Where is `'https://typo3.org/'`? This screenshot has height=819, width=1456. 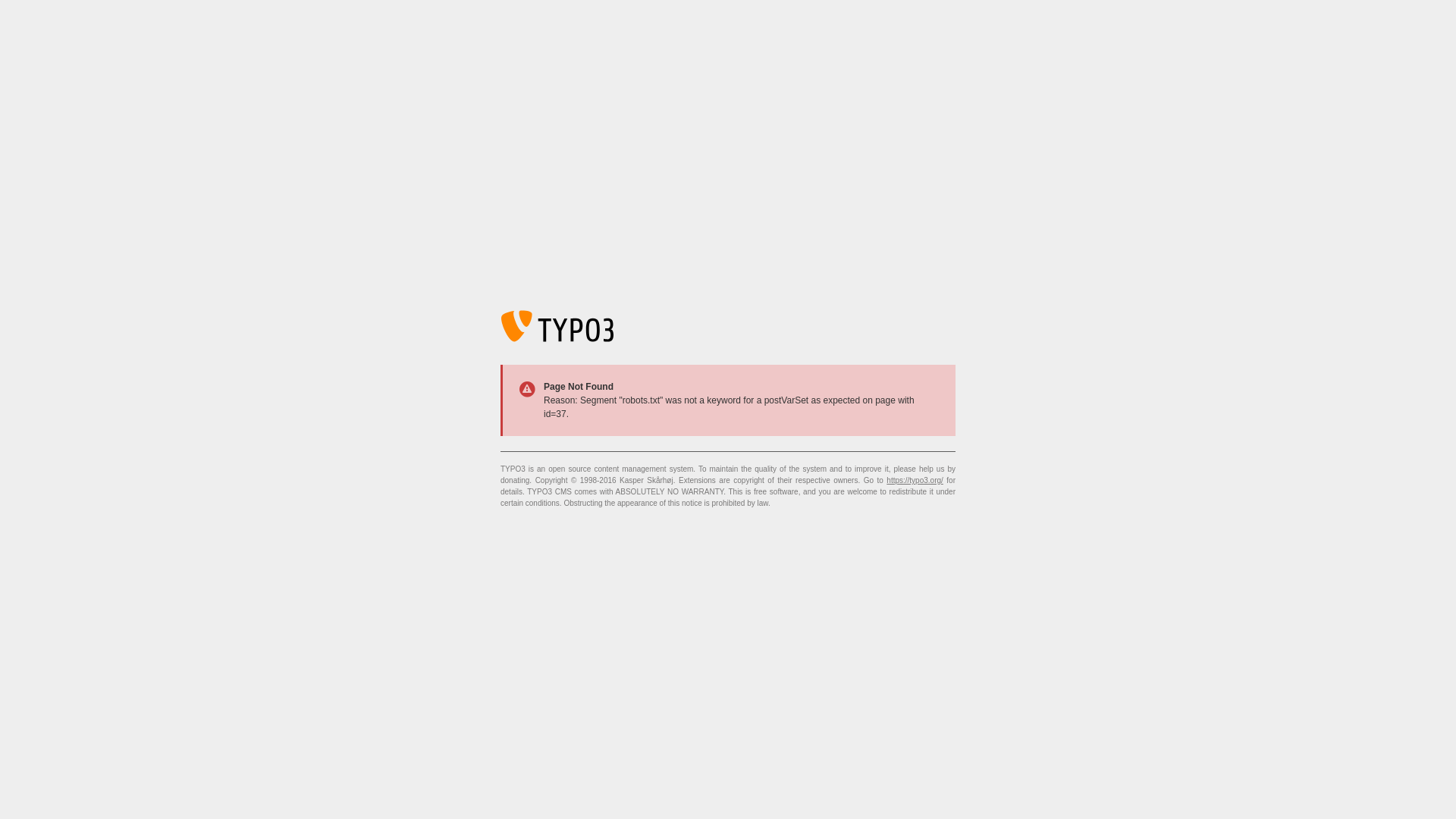
'https://typo3.org/' is located at coordinates (914, 480).